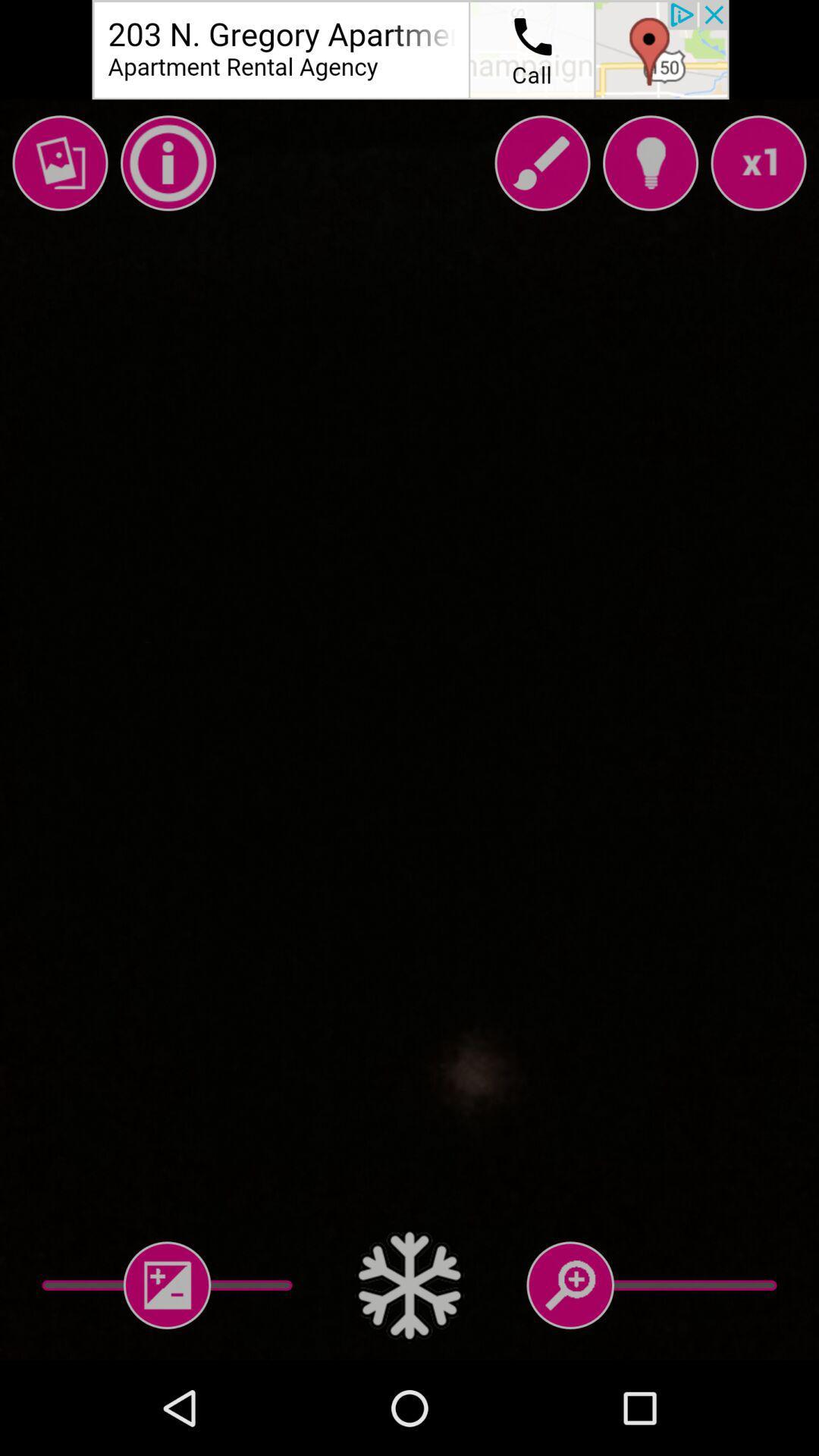 This screenshot has width=819, height=1456. Describe the element at coordinates (541, 163) in the screenshot. I see `the edit icon` at that location.